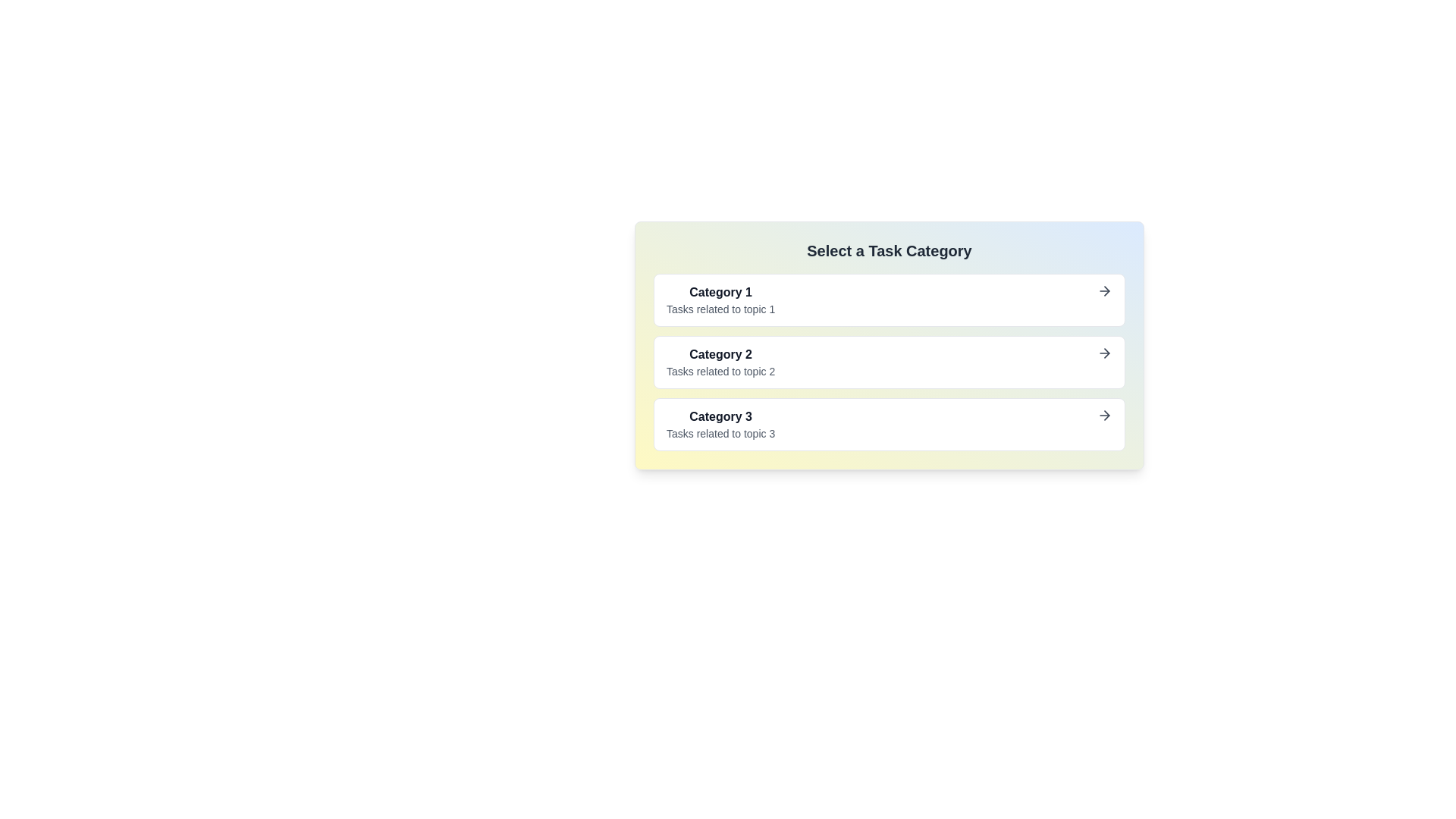  I want to click on the arrow icon located in the third row of the list on the rightmost side, so click(1106, 353).